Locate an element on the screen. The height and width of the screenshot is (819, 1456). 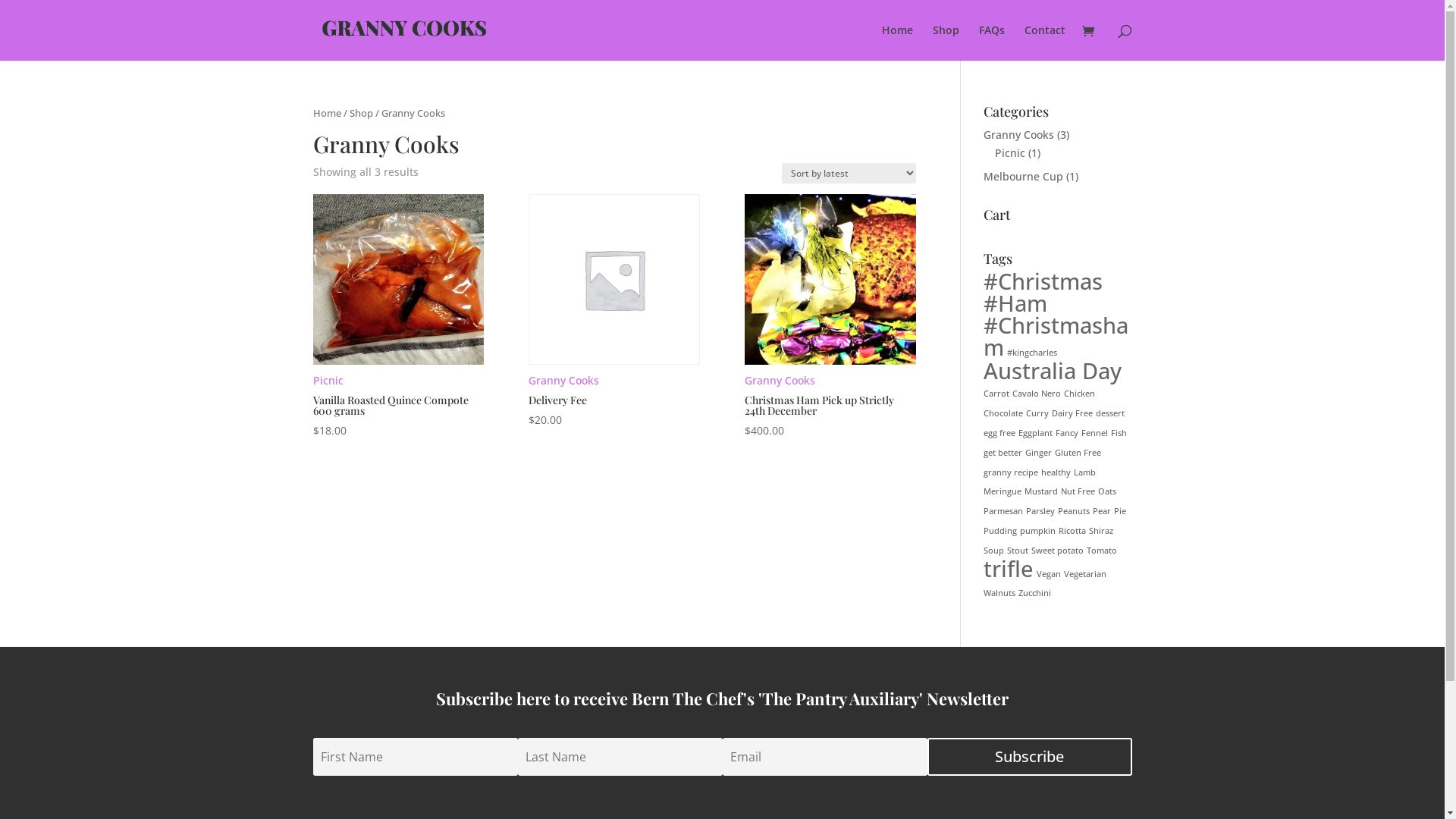
'Melbourne Cup' is located at coordinates (1023, 175).